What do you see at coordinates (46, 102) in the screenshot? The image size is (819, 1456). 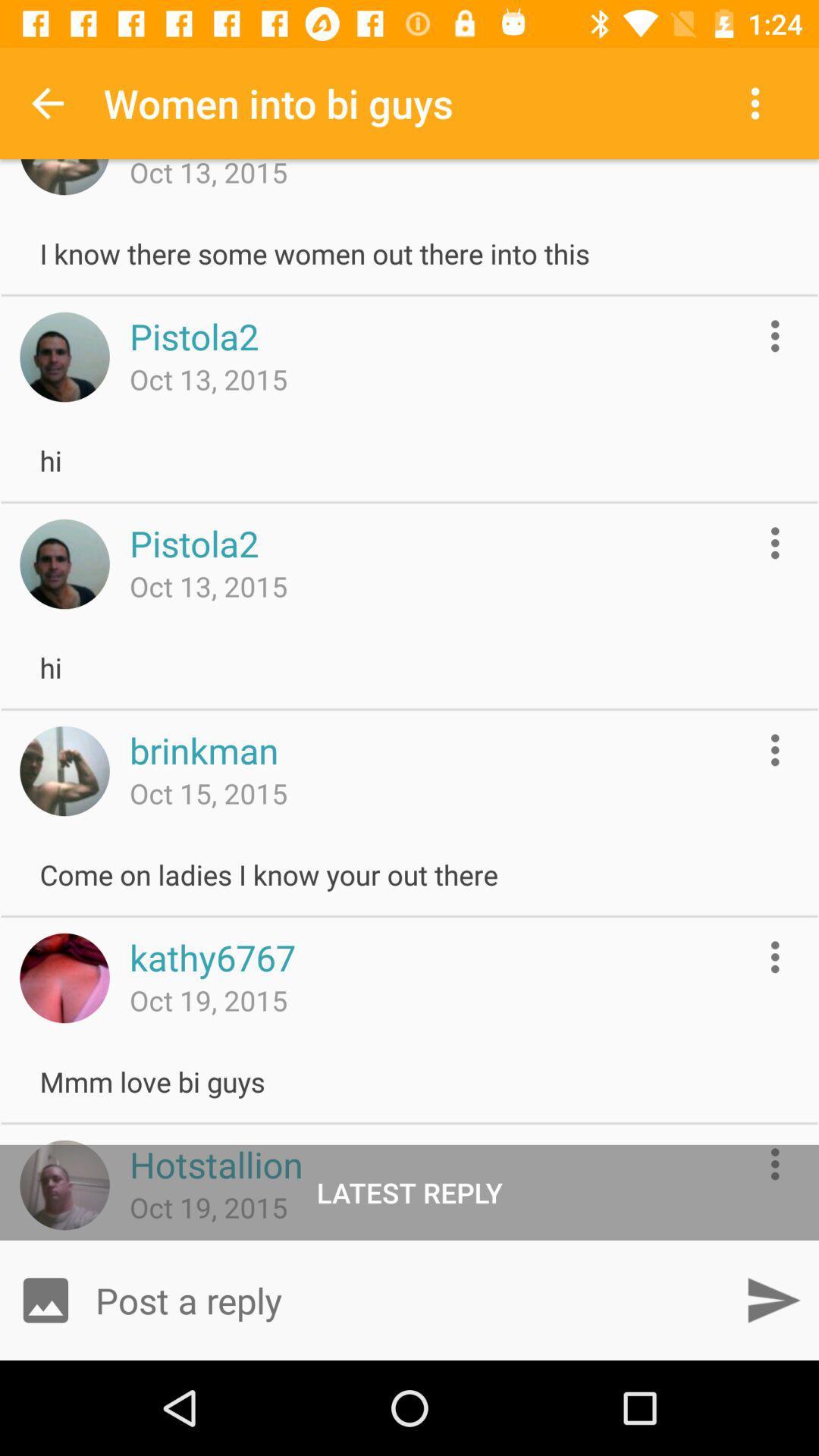 I see `the item next to the women into bi` at bounding box center [46, 102].